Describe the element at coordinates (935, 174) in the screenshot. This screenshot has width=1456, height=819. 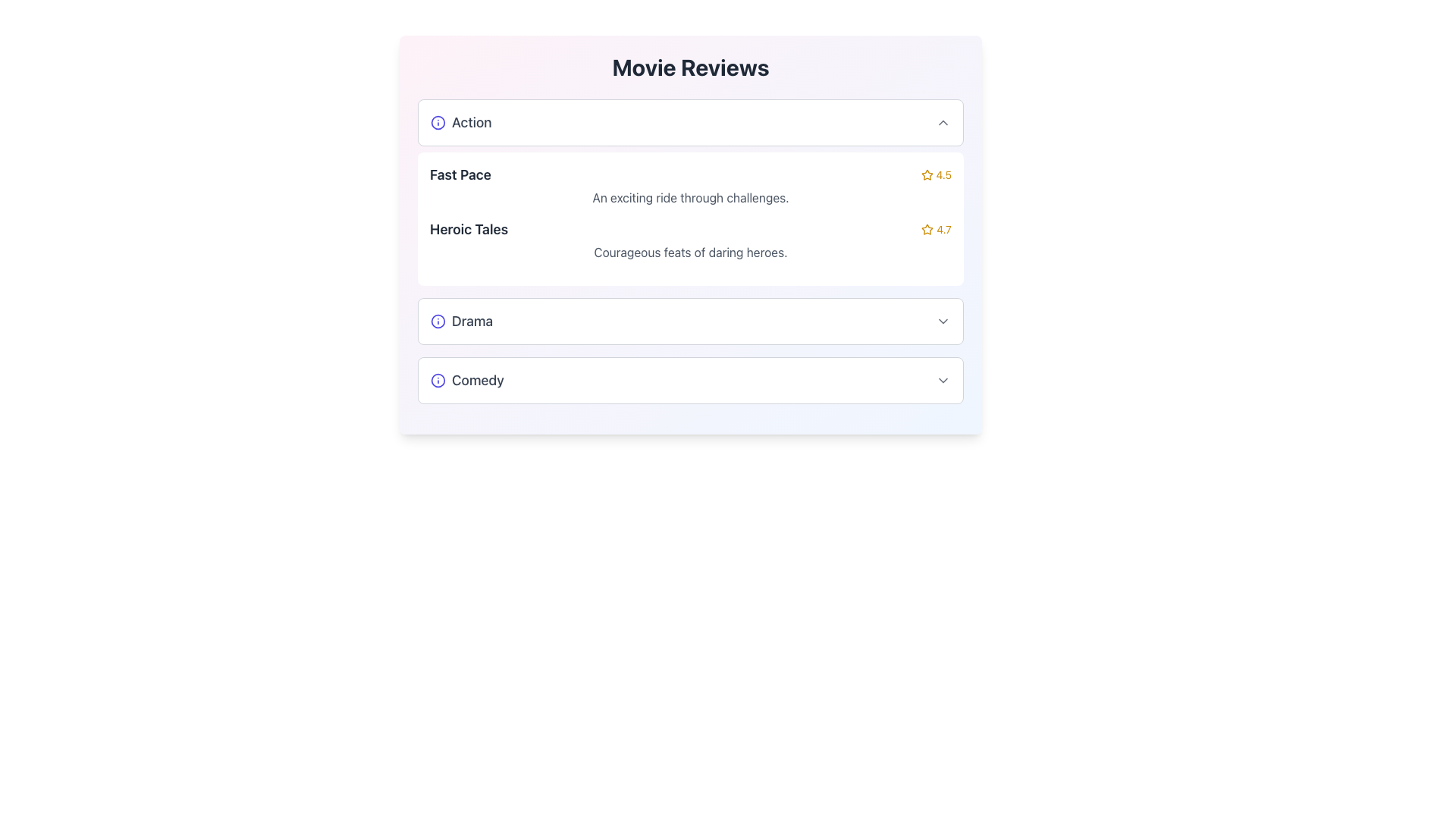
I see `the text label displaying the rating '4.5', which is styled with a small font size and yellow color, located to the right of 'Fast Pace' and aligned with a star icon` at that location.